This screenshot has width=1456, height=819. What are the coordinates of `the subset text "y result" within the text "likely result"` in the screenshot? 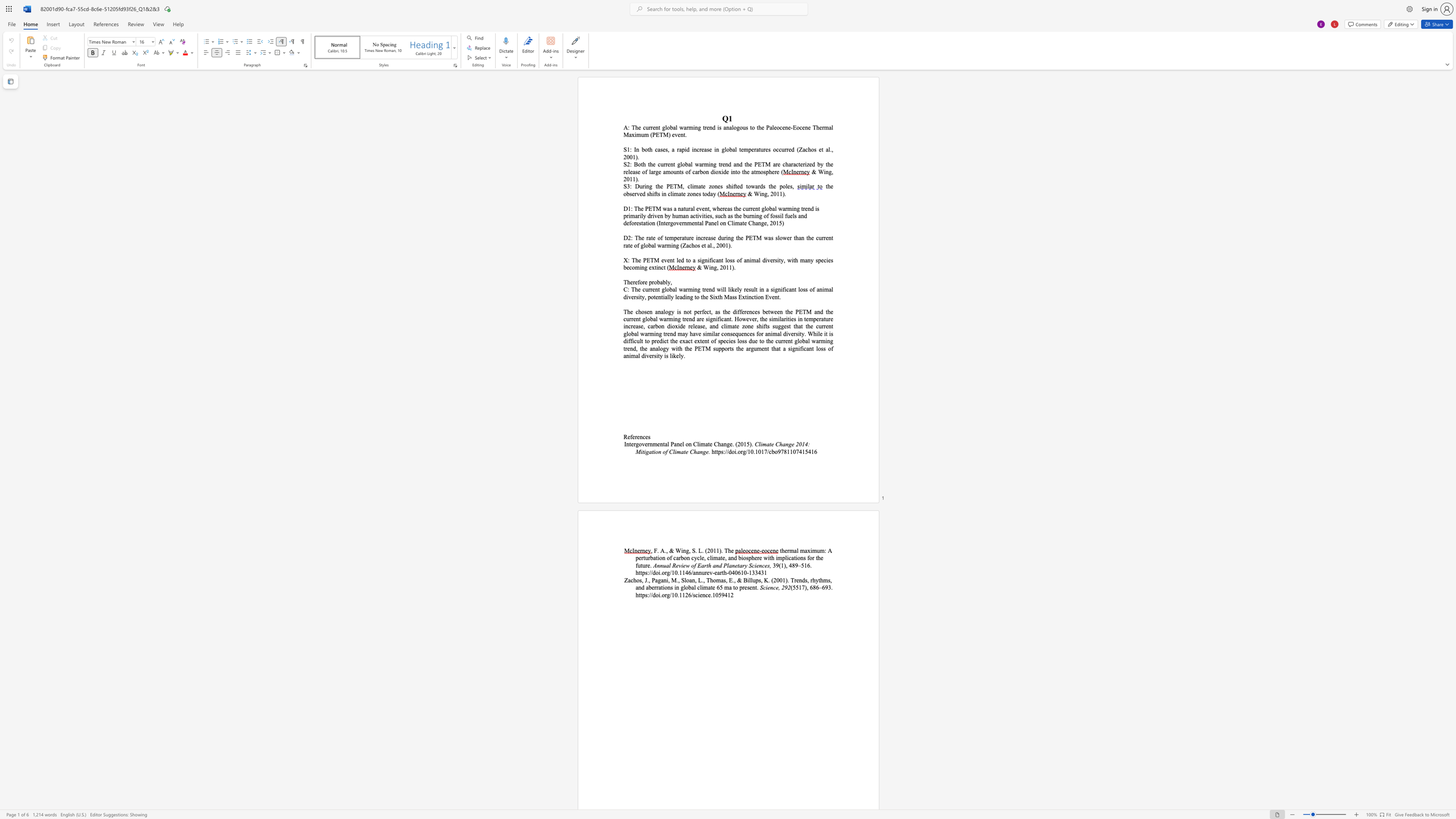 It's located at (739, 289).